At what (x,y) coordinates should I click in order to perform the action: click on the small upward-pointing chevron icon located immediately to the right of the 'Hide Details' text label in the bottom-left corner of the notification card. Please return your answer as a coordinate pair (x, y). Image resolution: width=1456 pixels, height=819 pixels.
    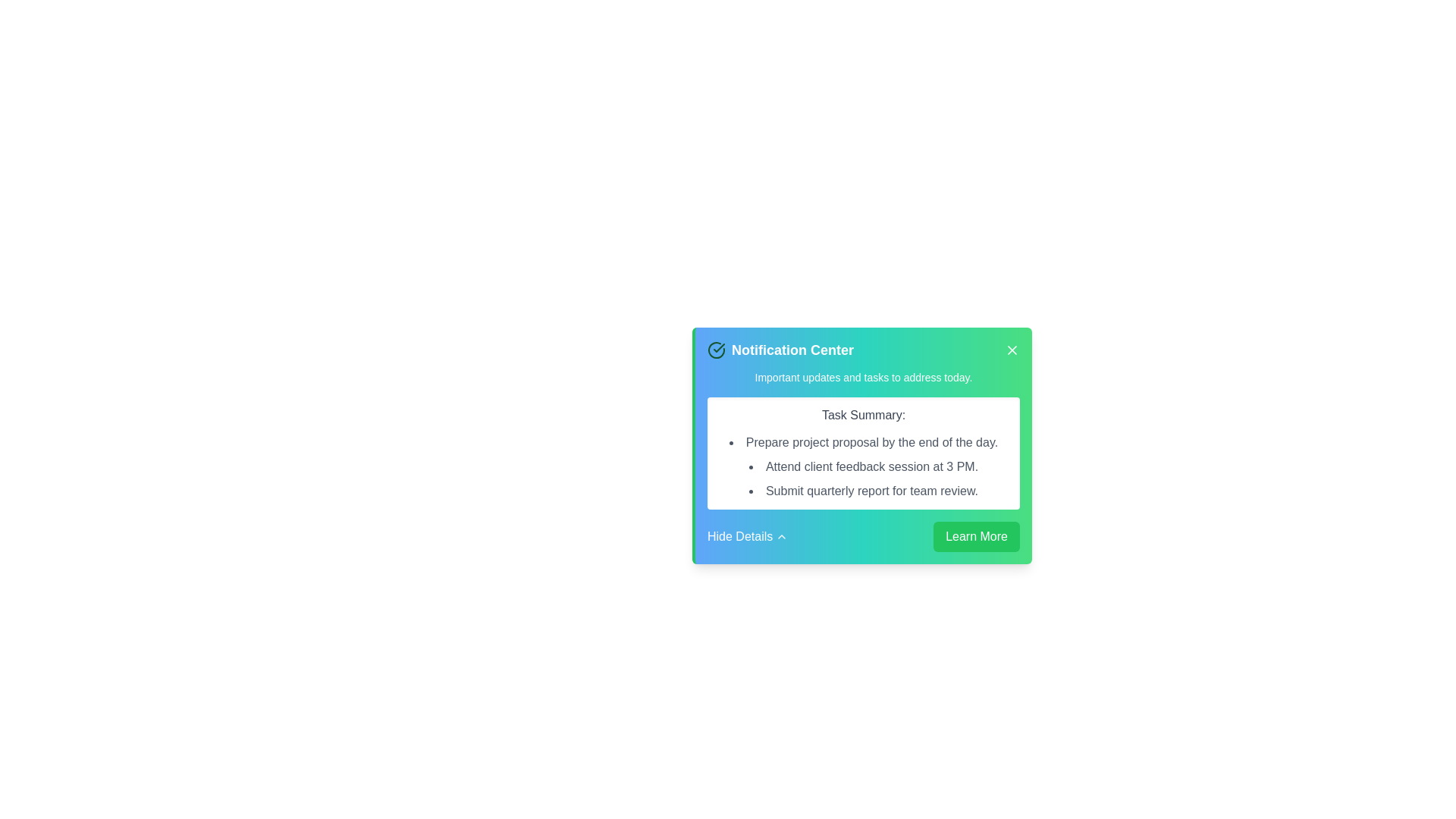
    Looking at the image, I should click on (782, 536).